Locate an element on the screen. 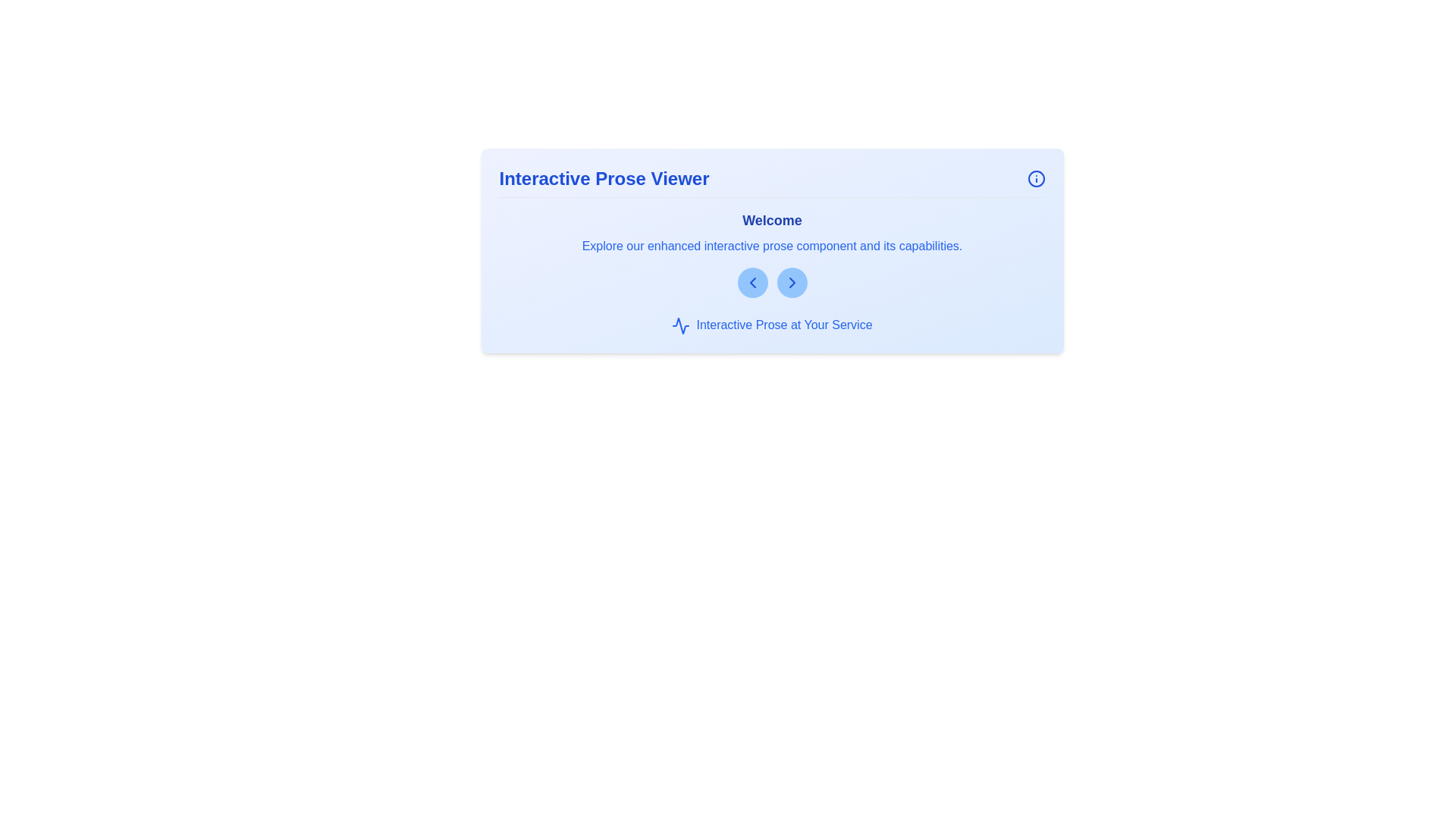 This screenshot has width=1456, height=819. the Vector graphic icon (SVG) that represents activity or monitoring, located just above the label 'Interactive Prose at Your Service' in the footer section of the card-like interface is located at coordinates (680, 325).